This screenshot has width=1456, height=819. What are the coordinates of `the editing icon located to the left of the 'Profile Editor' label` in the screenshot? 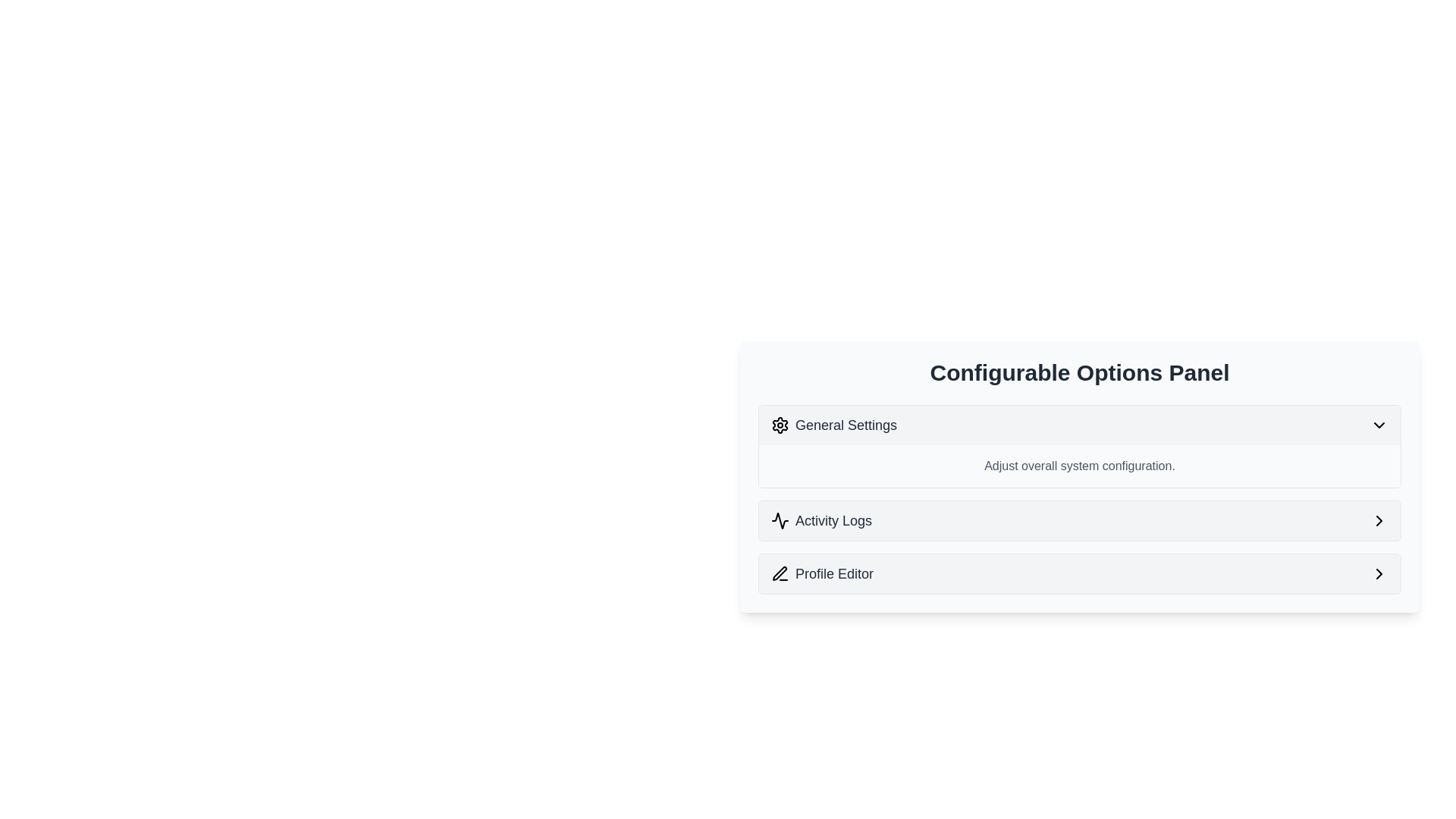 It's located at (780, 573).